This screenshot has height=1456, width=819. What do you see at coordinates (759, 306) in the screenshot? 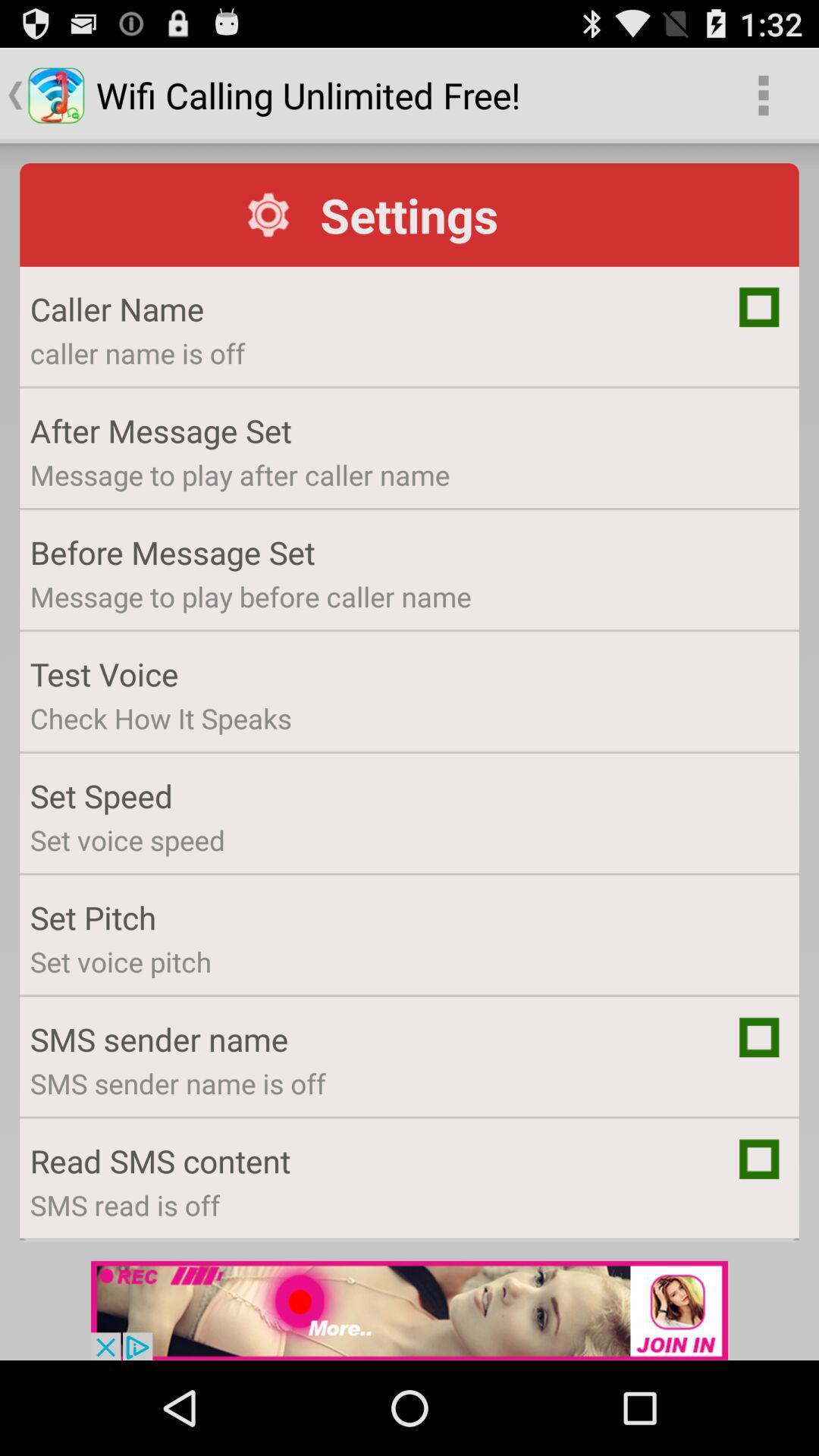
I see `tick` at bounding box center [759, 306].